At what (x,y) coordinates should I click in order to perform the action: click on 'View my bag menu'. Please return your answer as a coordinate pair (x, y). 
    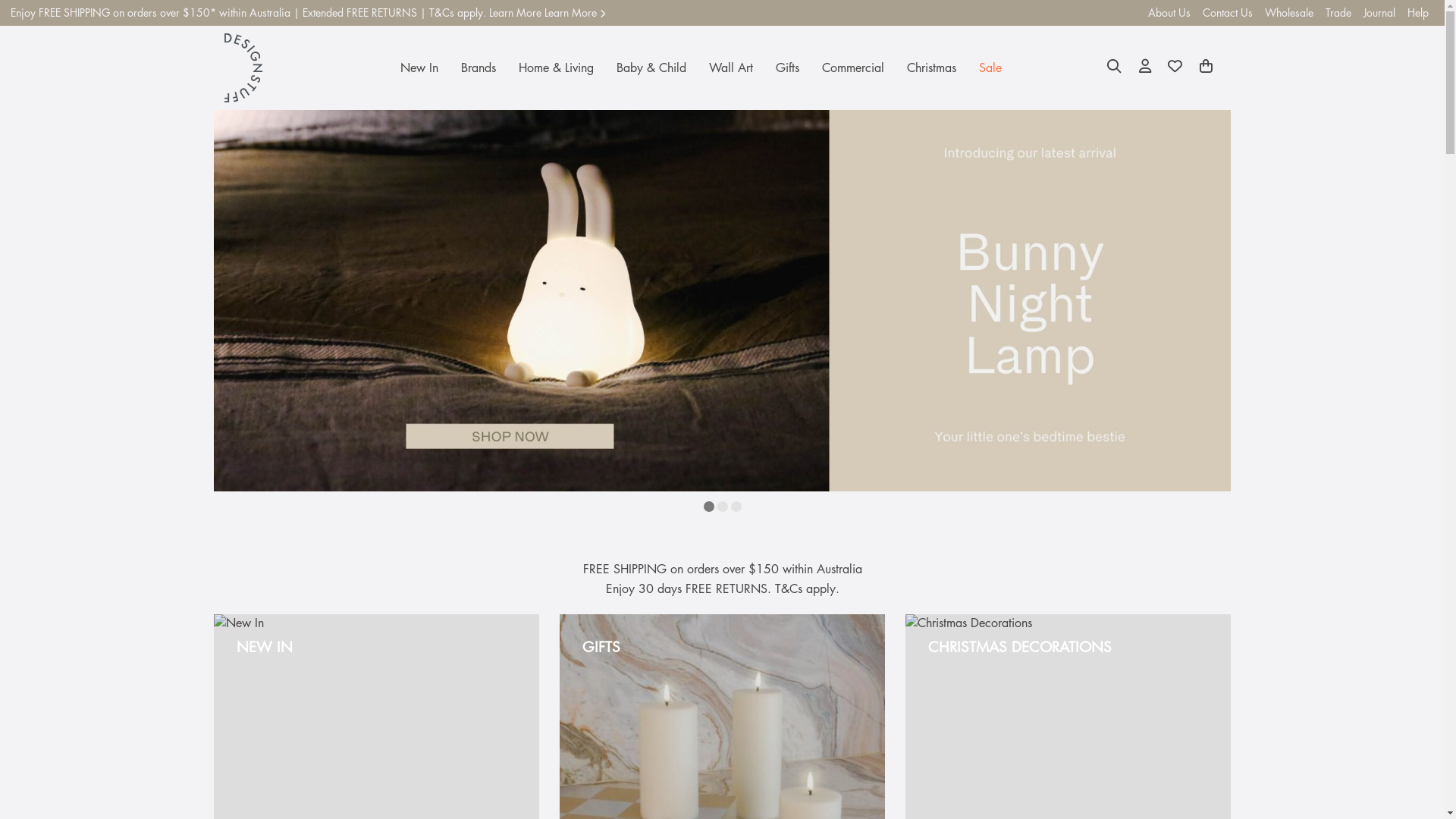
    Looking at the image, I should click on (1204, 67).